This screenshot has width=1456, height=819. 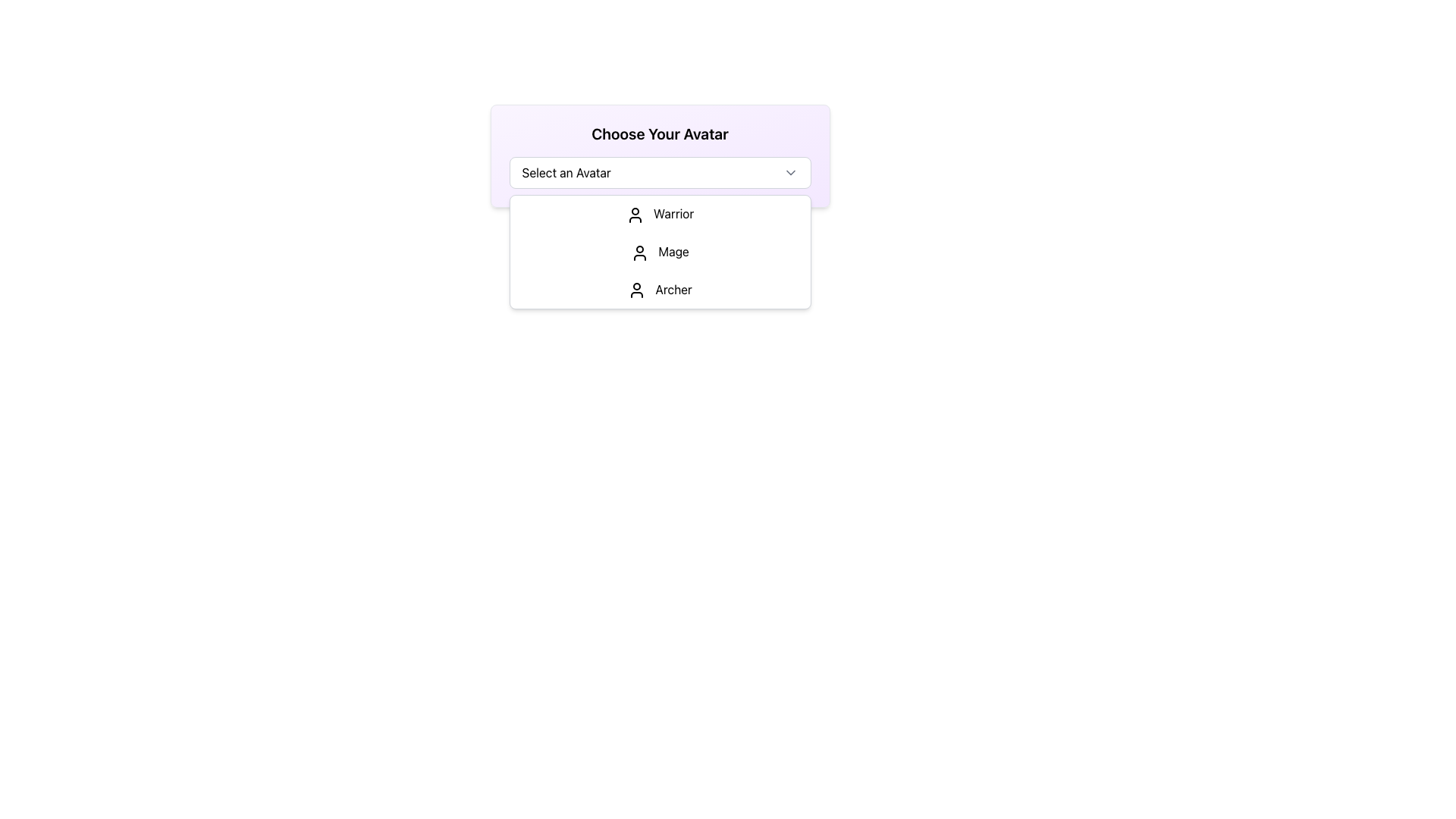 I want to click on the downward pointing arrow icon located to the far right of the 'Select an Avatar' button, so click(x=789, y=171).